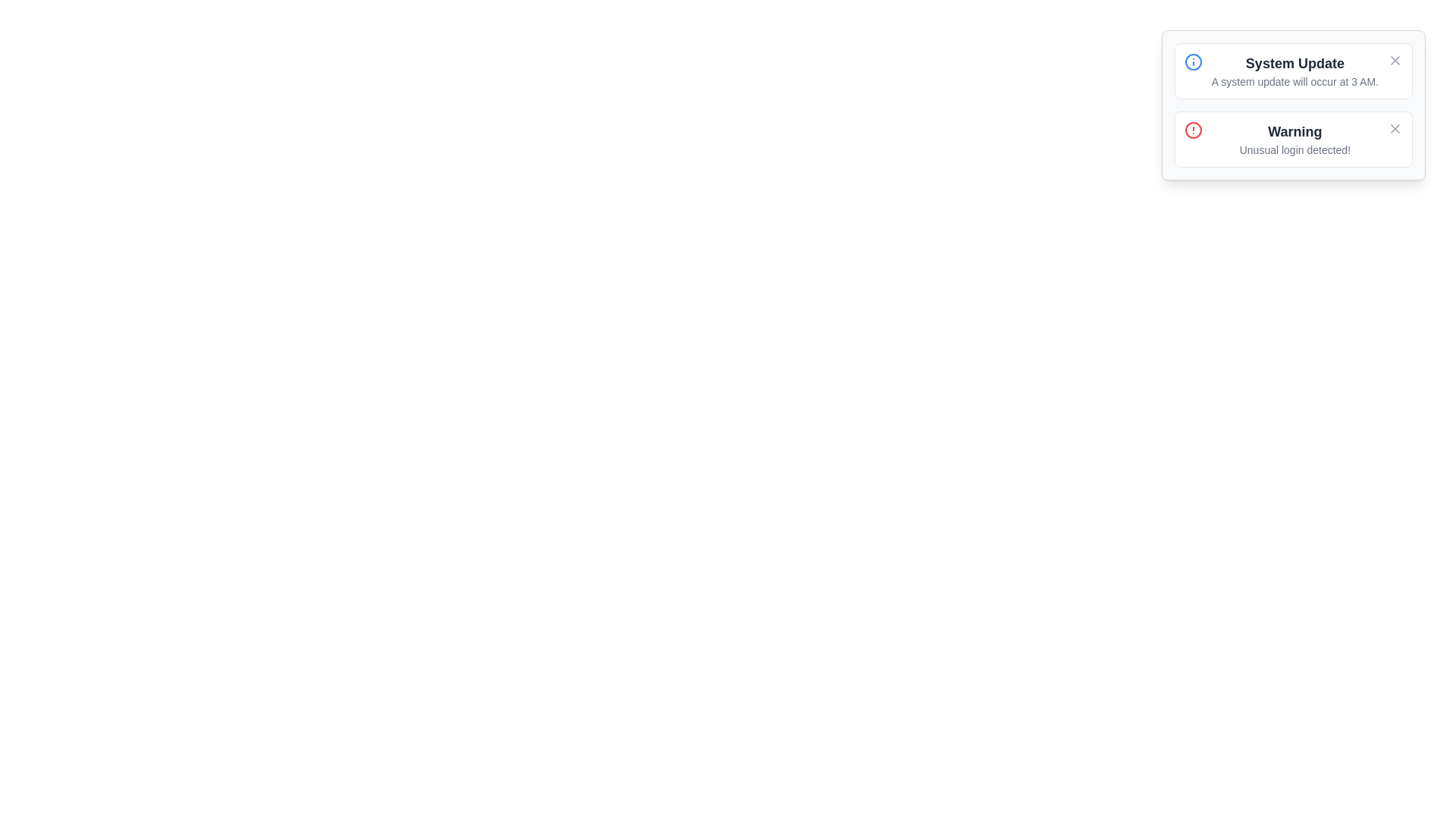 This screenshot has height=819, width=1456. Describe the element at coordinates (1294, 71) in the screenshot. I see `the text block displaying the heading 'System Update' and the description 'A system update will occur at 3 AM.'` at that location.